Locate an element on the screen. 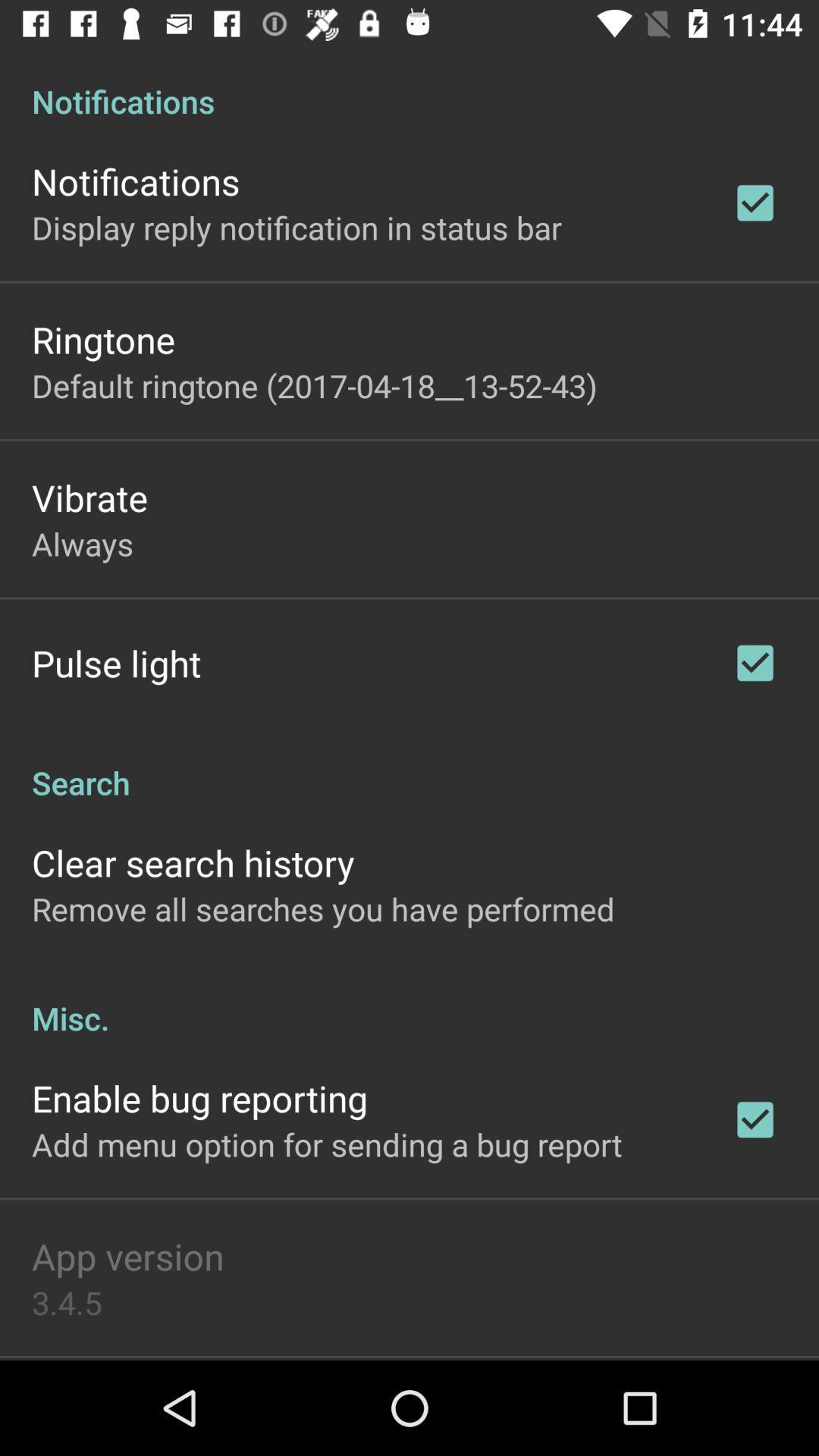  item below the add menu option is located at coordinates (127, 1256).